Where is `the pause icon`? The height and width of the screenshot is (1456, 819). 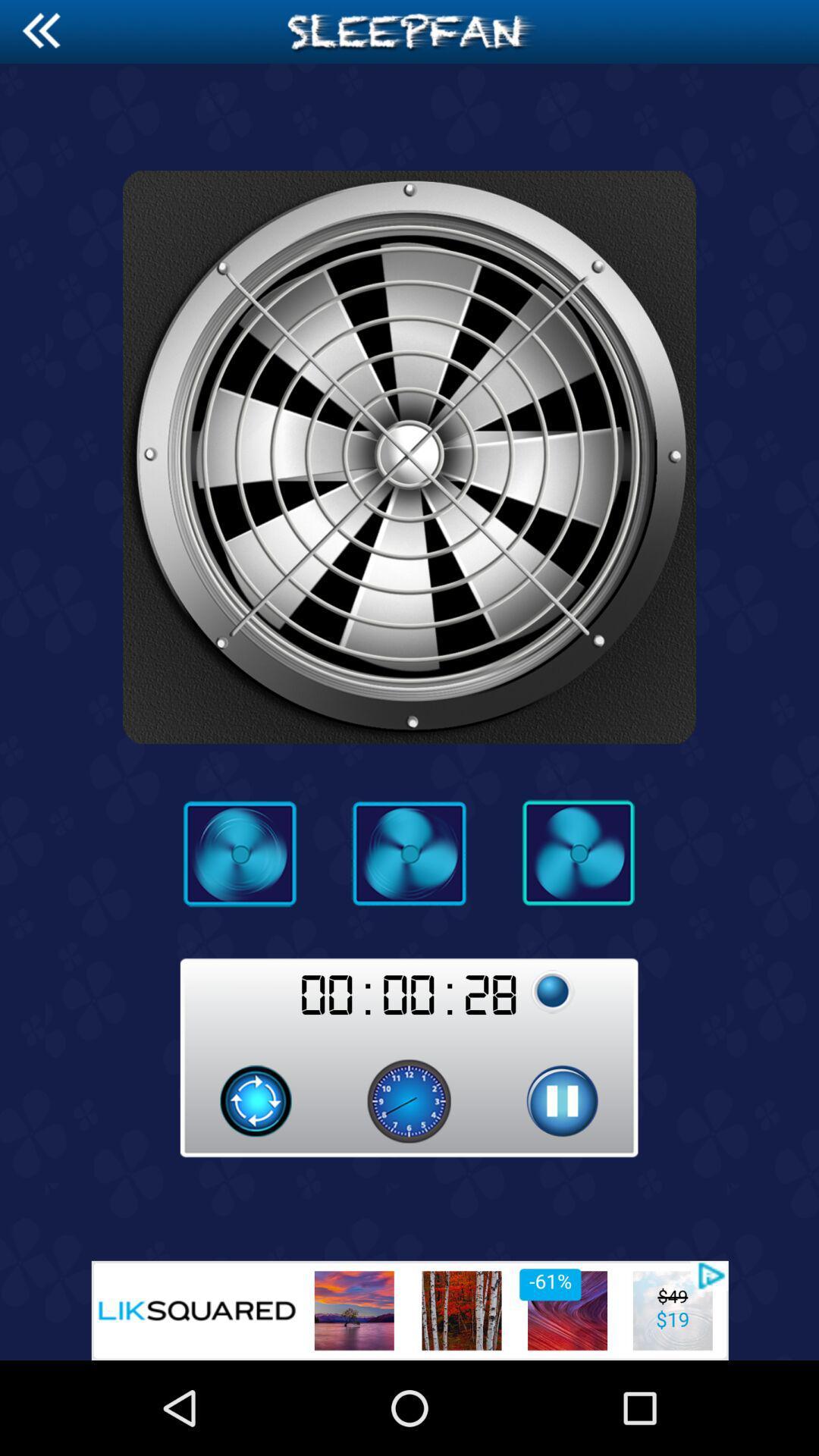
the pause icon is located at coordinates (562, 1178).